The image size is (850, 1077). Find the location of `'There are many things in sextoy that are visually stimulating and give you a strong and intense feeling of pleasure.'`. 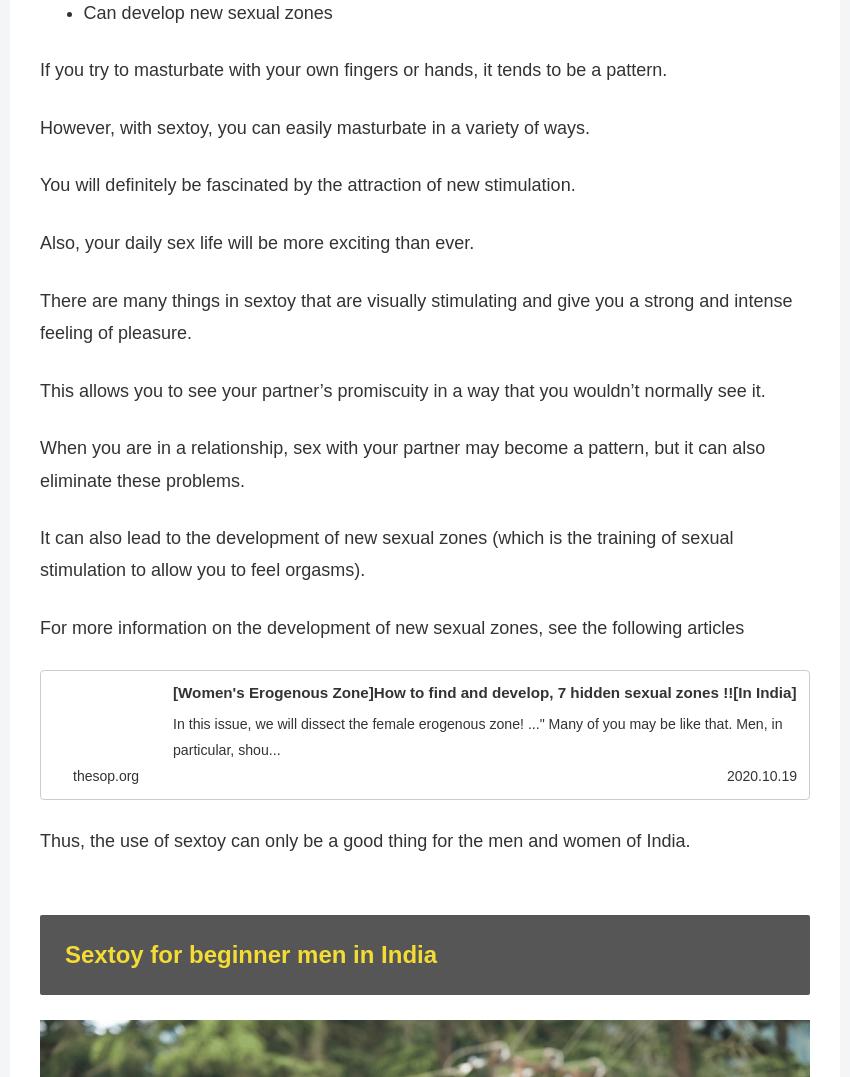

'There are many things in sextoy that are visually stimulating and give you a strong and intense feeling of pleasure.' is located at coordinates (415, 315).